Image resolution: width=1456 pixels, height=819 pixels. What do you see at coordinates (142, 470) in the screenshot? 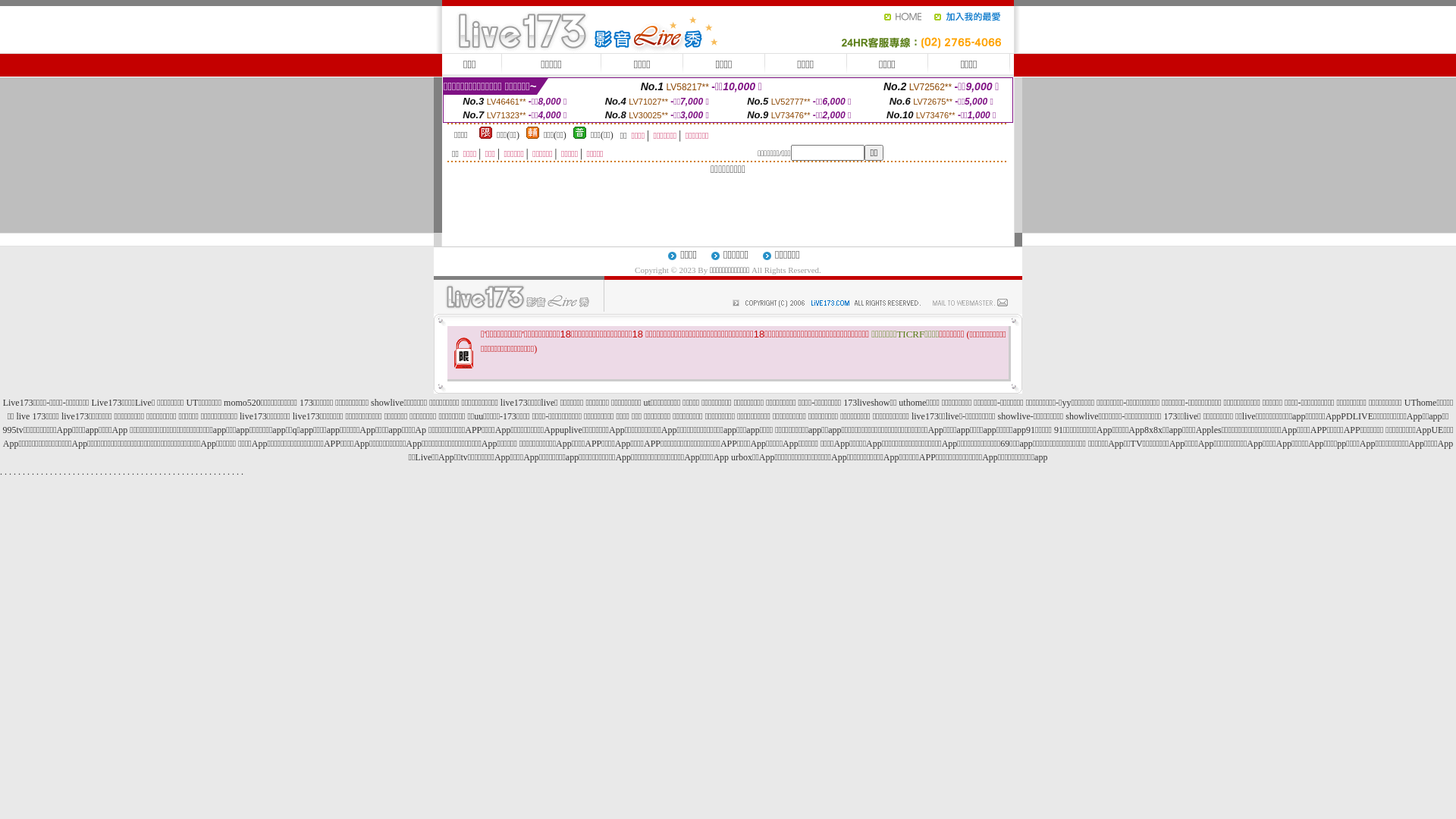
I see `'.'` at bounding box center [142, 470].